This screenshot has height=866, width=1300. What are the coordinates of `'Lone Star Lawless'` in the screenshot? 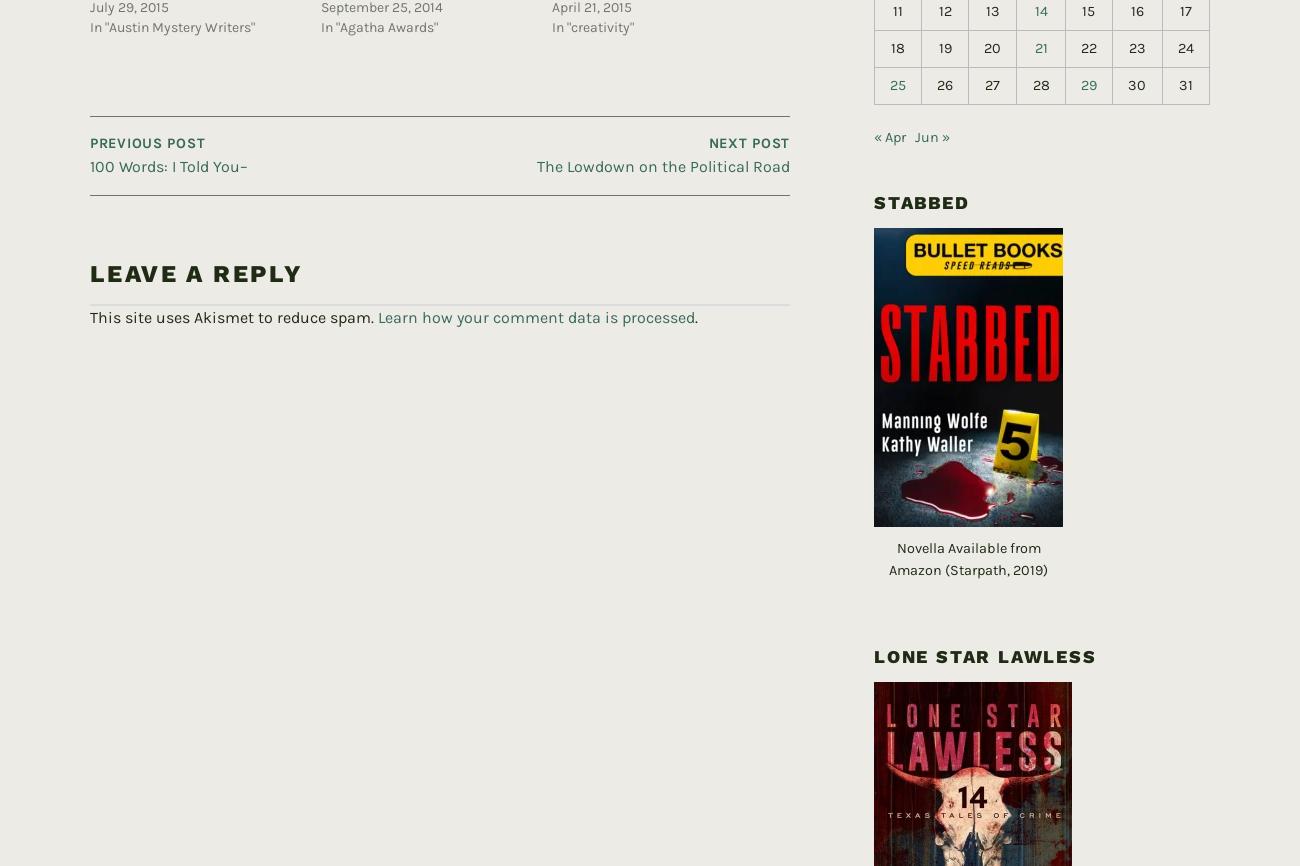 It's located at (984, 624).